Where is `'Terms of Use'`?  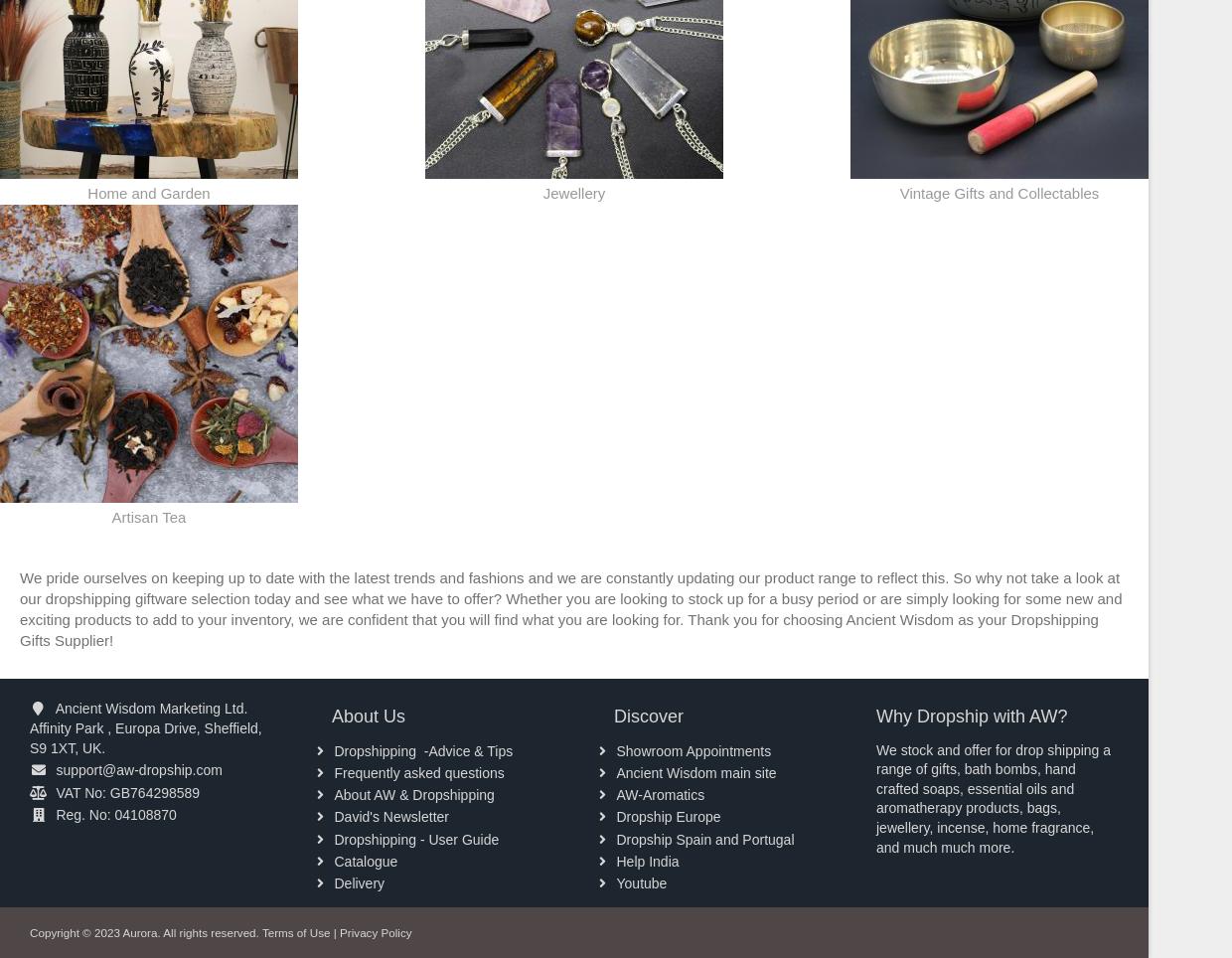 'Terms of Use' is located at coordinates (295, 932).